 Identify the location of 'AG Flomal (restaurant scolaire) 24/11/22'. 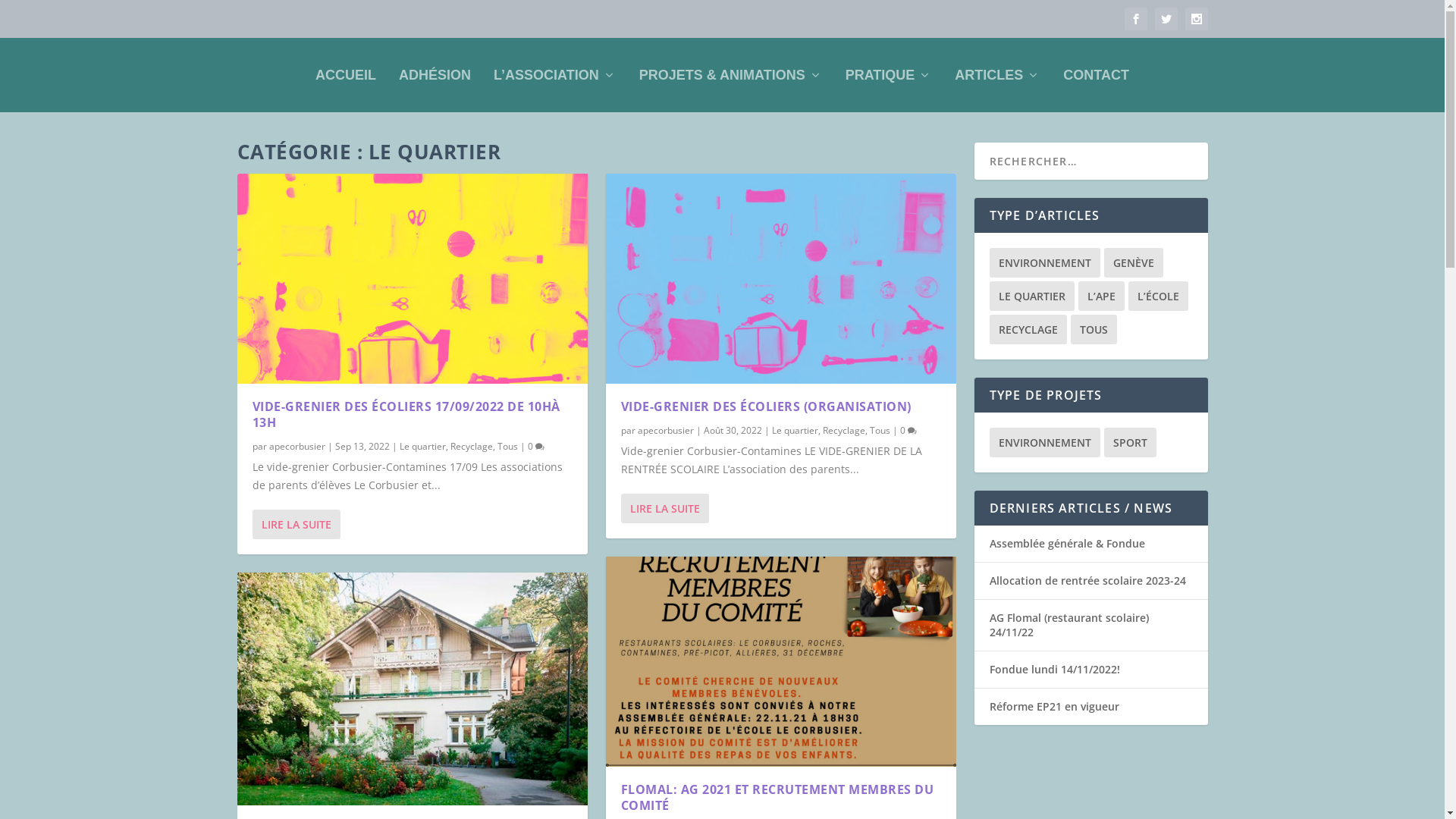
(989, 624).